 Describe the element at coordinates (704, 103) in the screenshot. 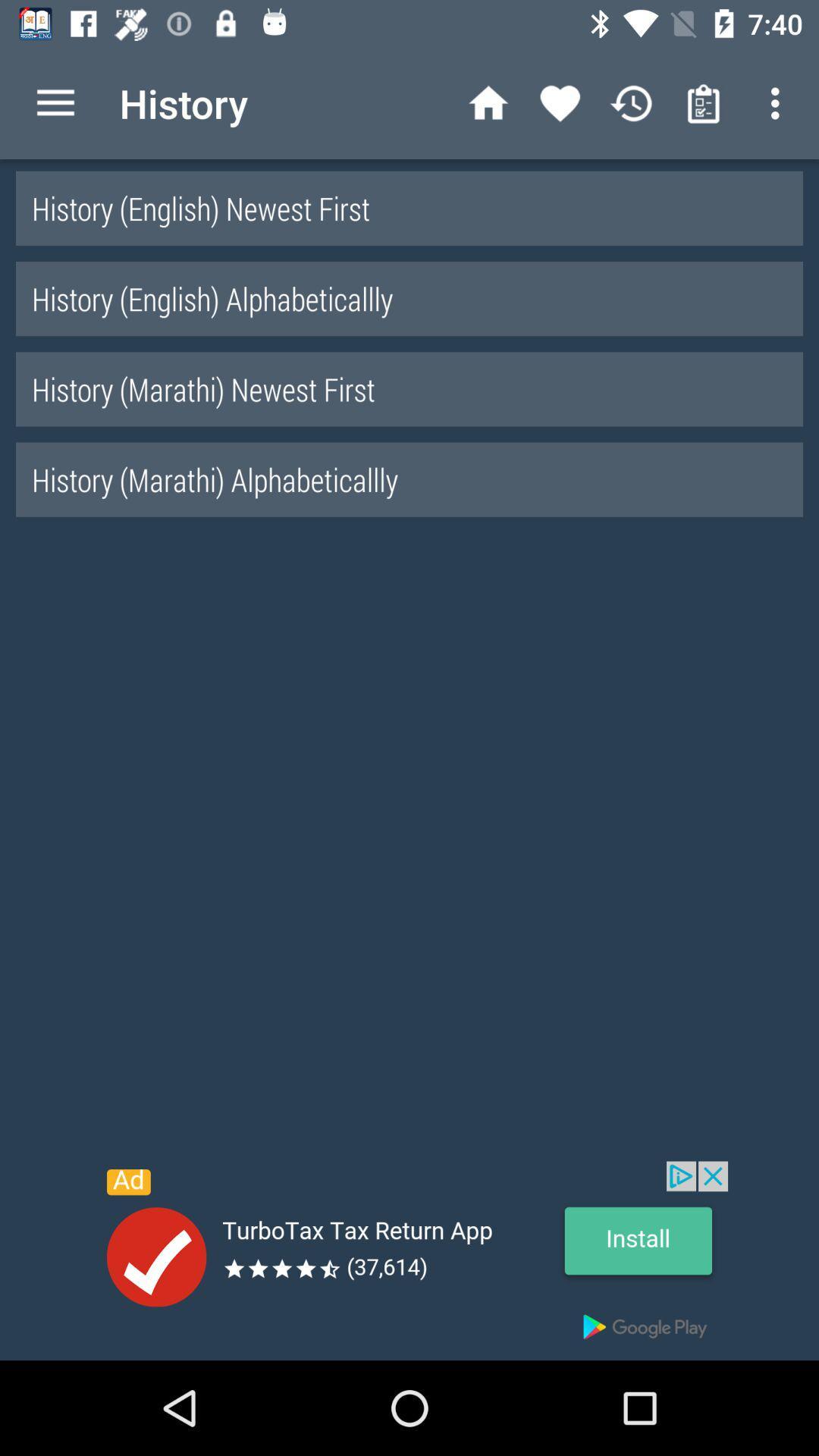

I see `the icon left to the 3 vertical dots at the top right corner of the web page` at that location.